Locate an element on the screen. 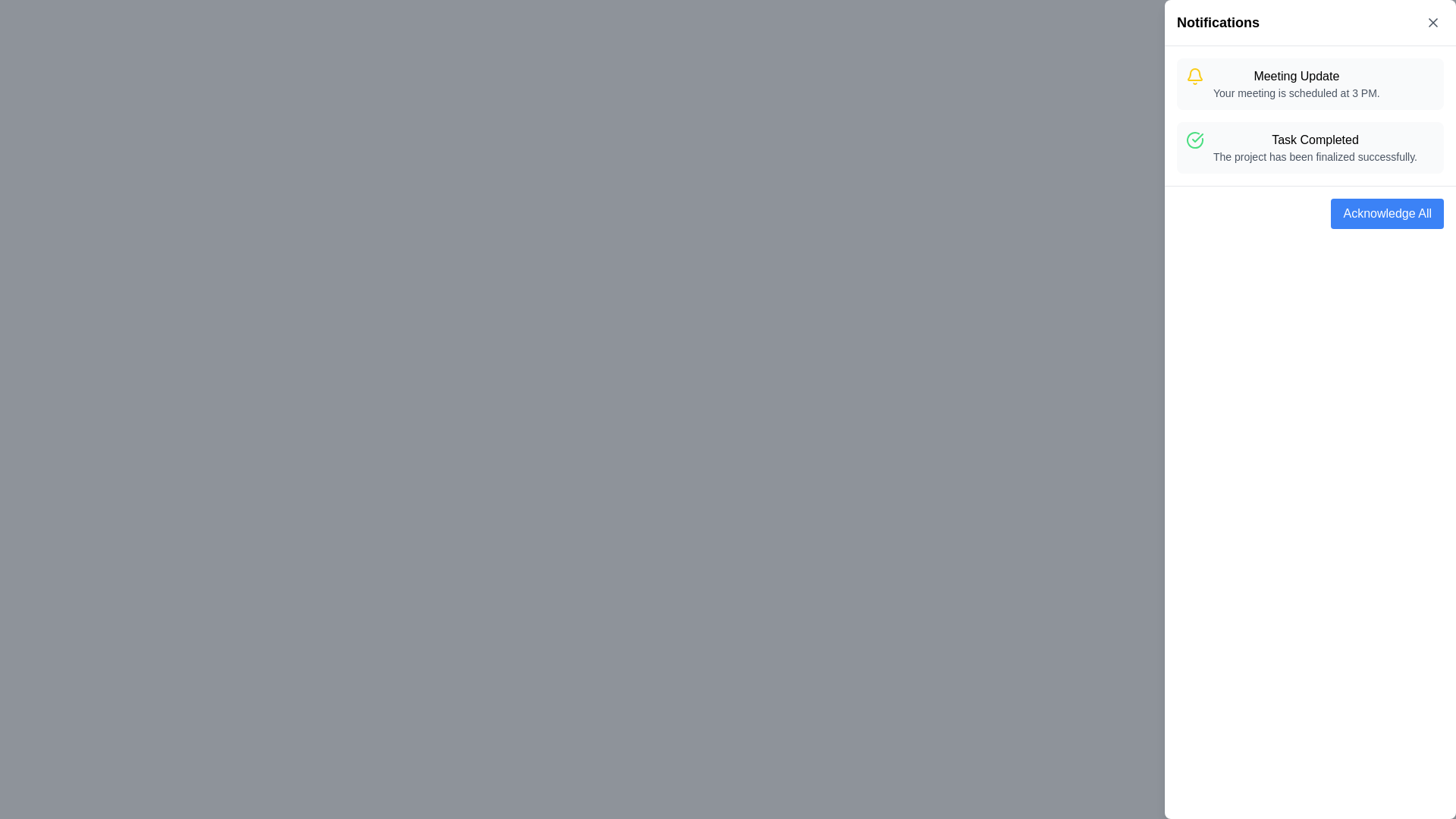 This screenshot has width=1456, height=819. the Text Label element that provides supplementary information about the completed task, located directly below the 'Task Completed' title in the notifications panel is located at coordinates (1314, 157).